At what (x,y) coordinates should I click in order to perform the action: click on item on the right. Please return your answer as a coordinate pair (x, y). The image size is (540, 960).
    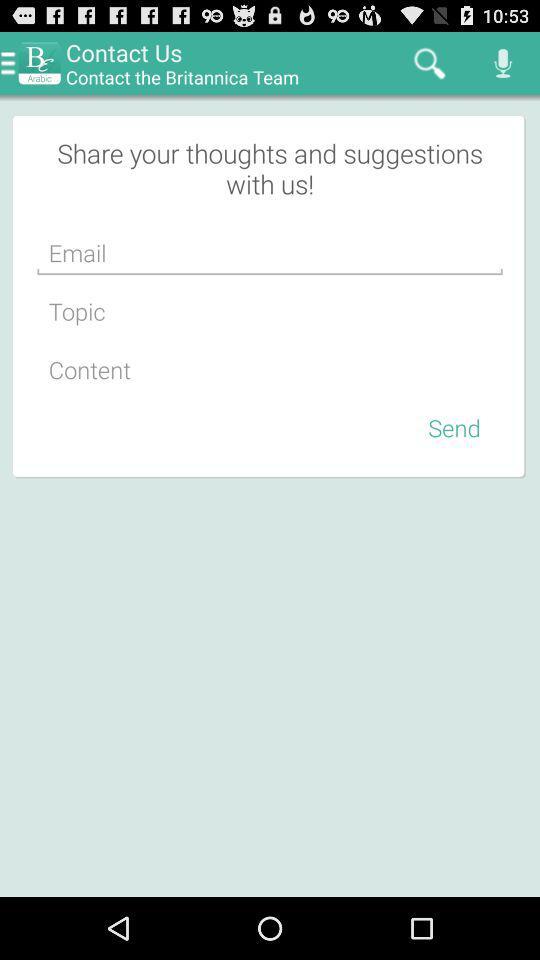
    Looking at the image, I should click on (454, 427).